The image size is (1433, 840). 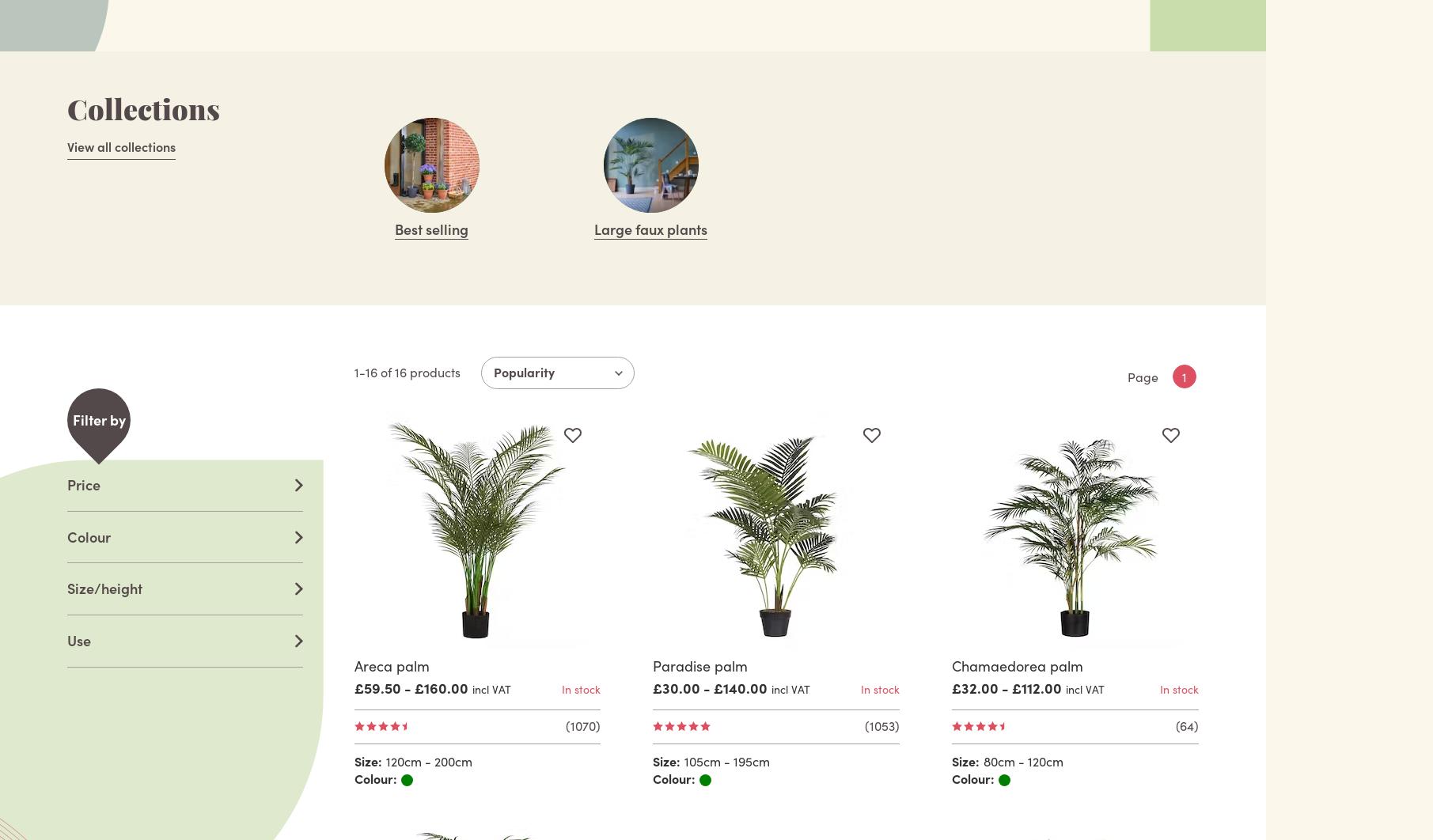 I want to click on 'Collections', so click(x=142, y=112).